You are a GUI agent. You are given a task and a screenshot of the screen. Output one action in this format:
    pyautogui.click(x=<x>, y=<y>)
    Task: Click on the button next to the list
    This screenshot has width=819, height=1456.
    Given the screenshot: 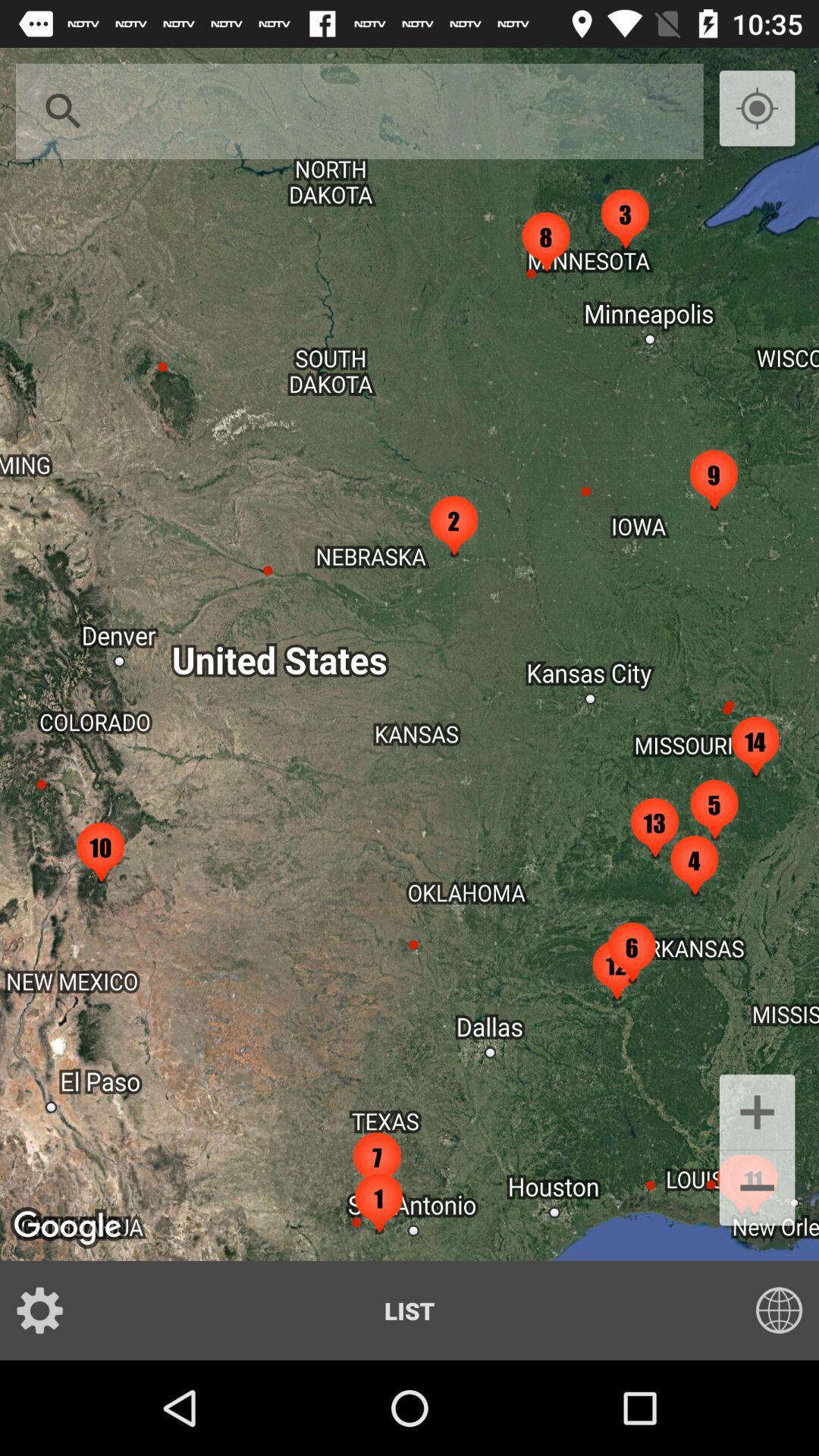 What is the action you would take?
    pyautogui.click(x=49, y=1310)
    